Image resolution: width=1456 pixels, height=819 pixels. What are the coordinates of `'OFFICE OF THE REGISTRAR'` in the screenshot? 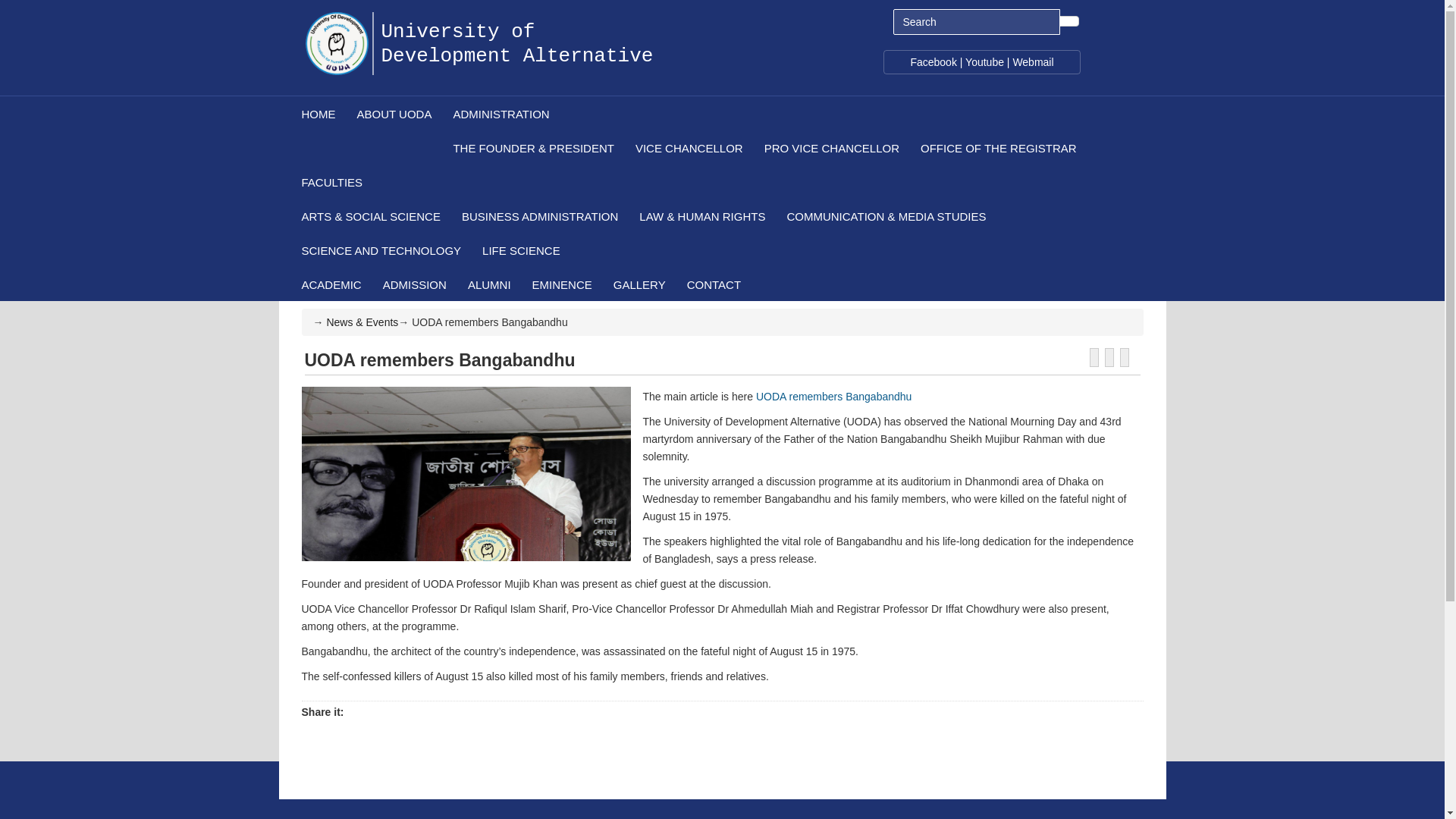 It's located at (997, 147).